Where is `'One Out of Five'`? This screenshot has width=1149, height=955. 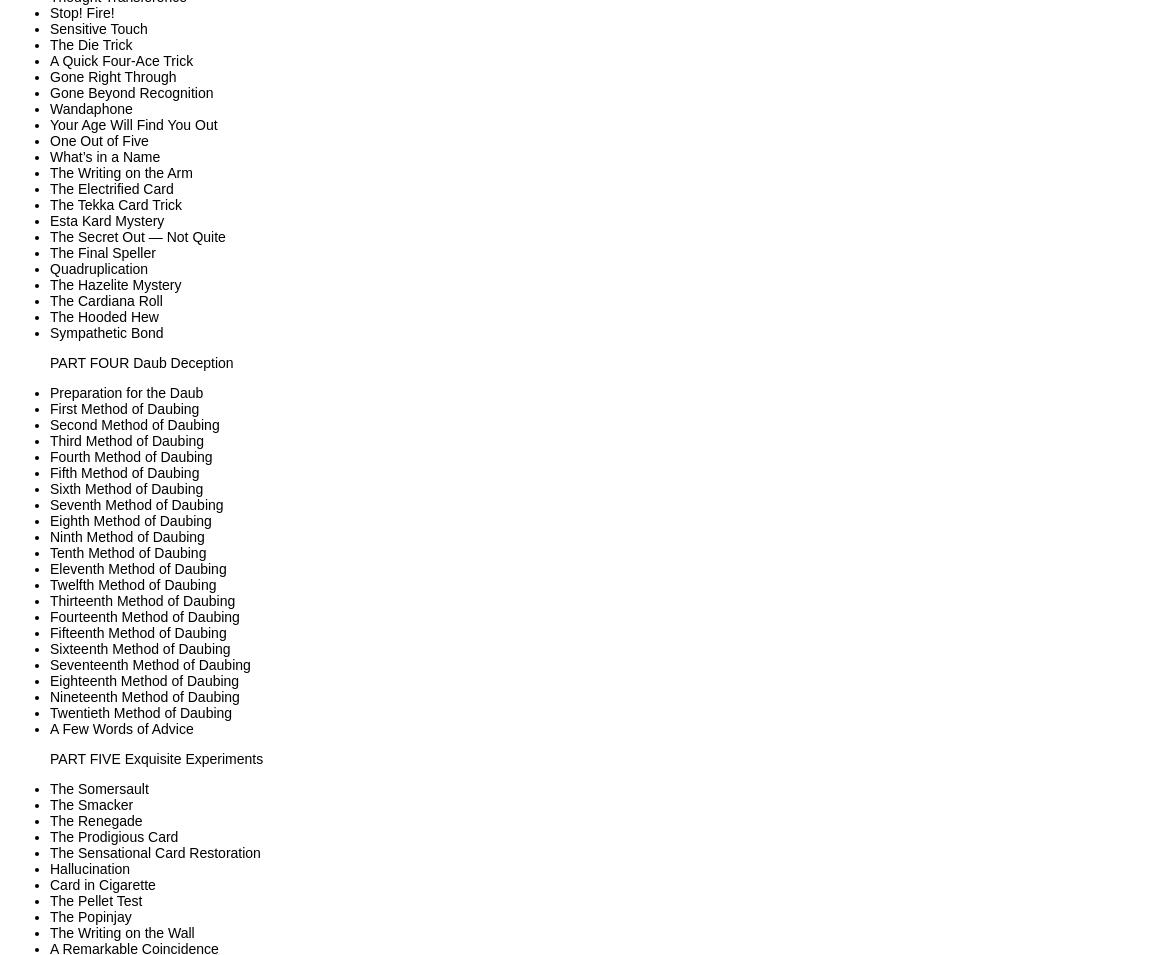
'One Out of Five' is located at coordinates (98, 139).